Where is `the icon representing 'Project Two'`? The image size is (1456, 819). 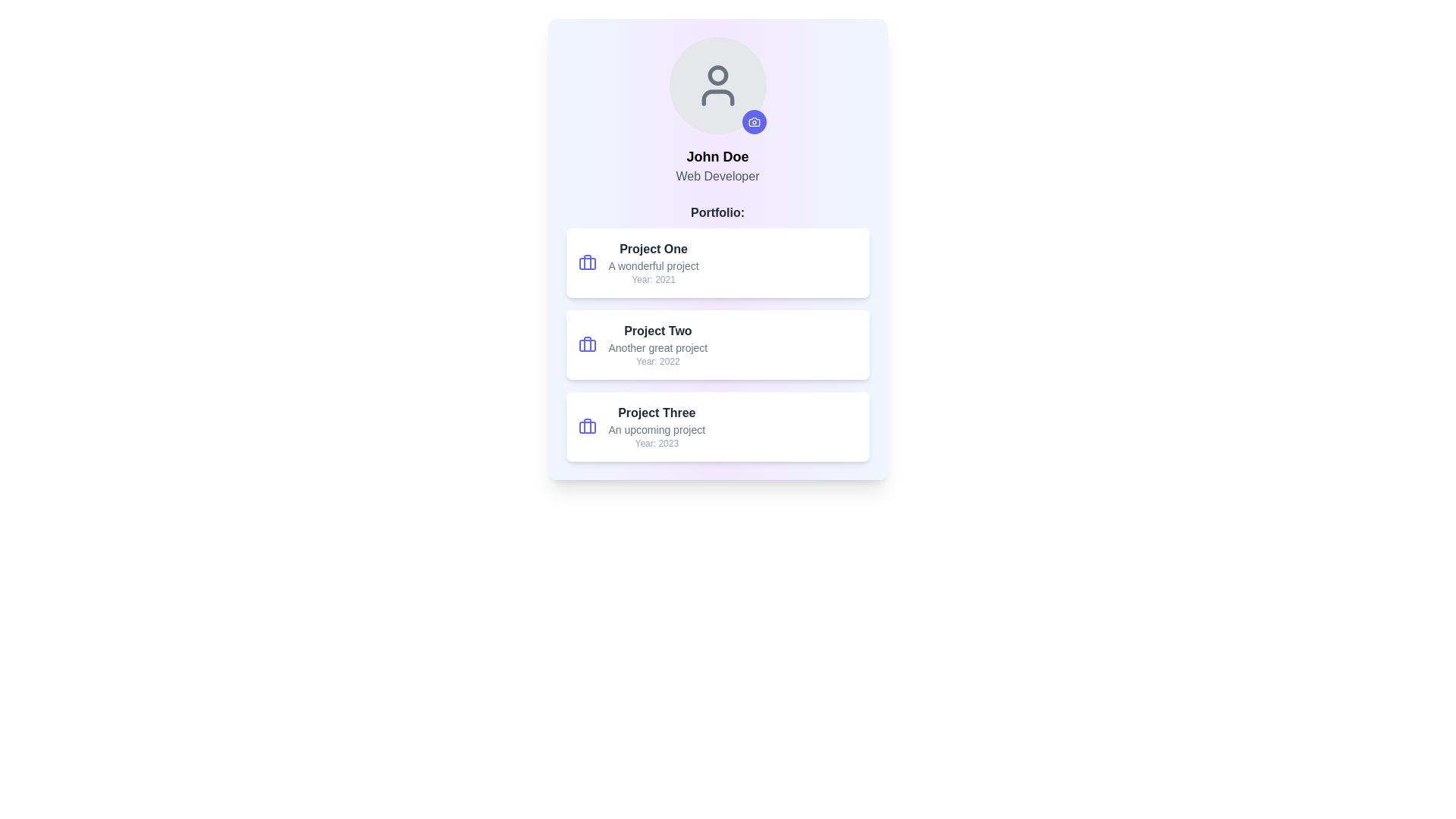 the icon representing 'Project Two' is located at coordinates (586, 345).